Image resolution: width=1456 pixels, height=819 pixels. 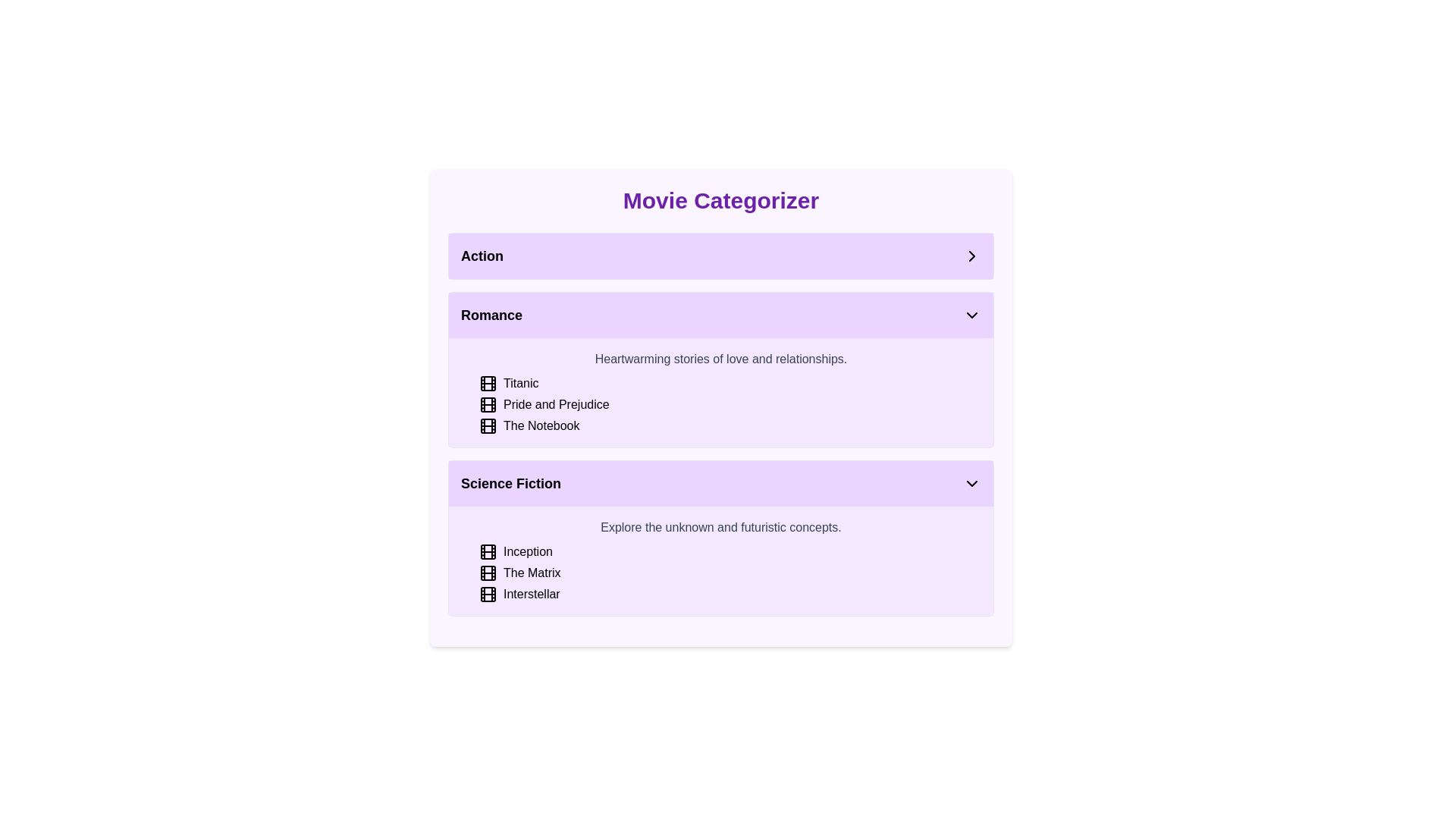 What do you see at coordinates (488, 403) in the screenshot?
I see `the decorative film category icon in the 'Romance' section preceding the title 'Pride and Prejudice'` at bounding box center [488, 403].